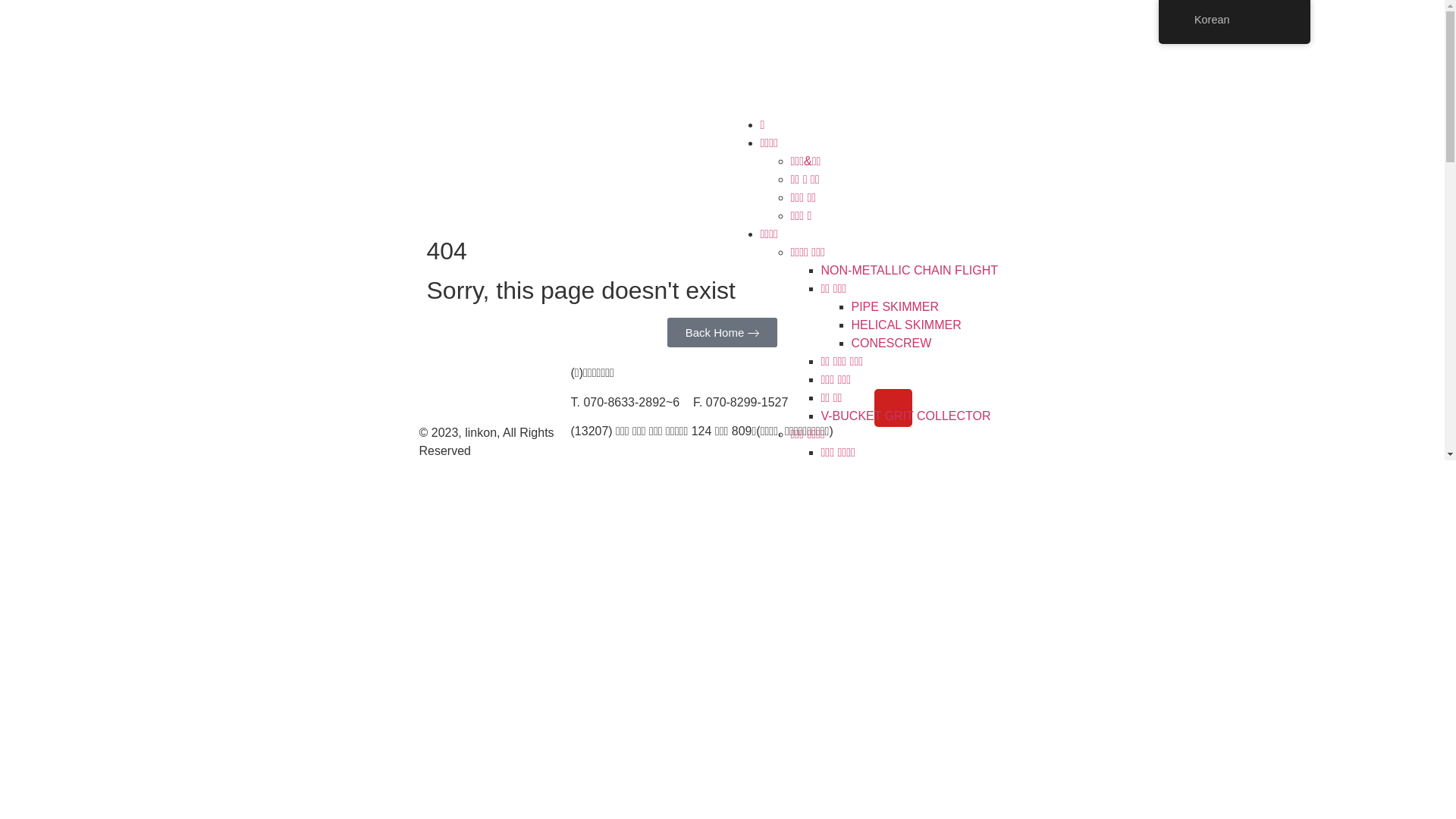 This screenshot has width=1456, height=819. I want to click on 'arrow-icon-size3, so click(722, 331).